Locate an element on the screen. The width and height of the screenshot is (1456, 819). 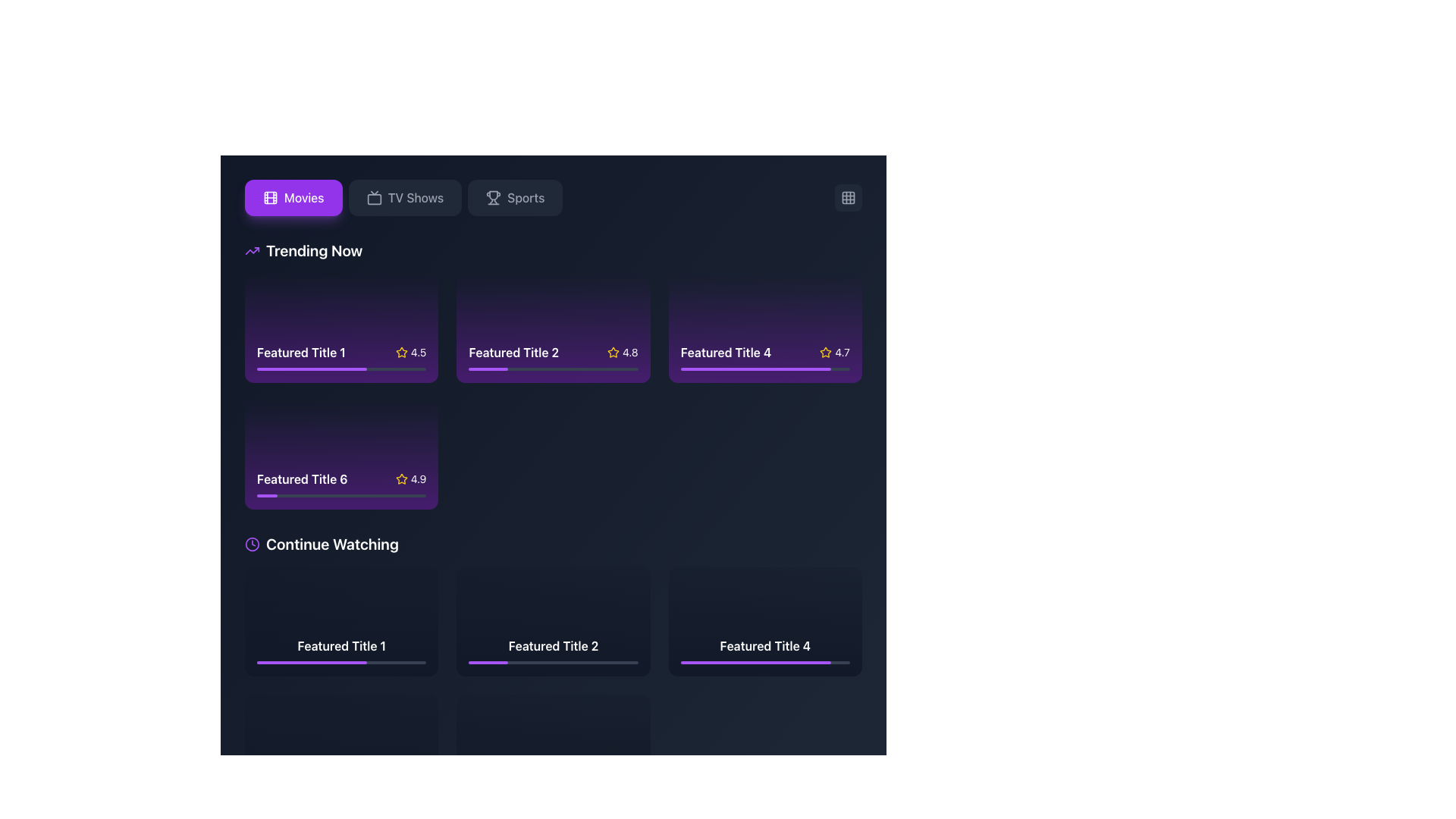
the 'Movies' navigation button which is the first button in a horizontal group of three buttons at the top of the interface to perform keyboard navigation is located at coordinates (293, 197).